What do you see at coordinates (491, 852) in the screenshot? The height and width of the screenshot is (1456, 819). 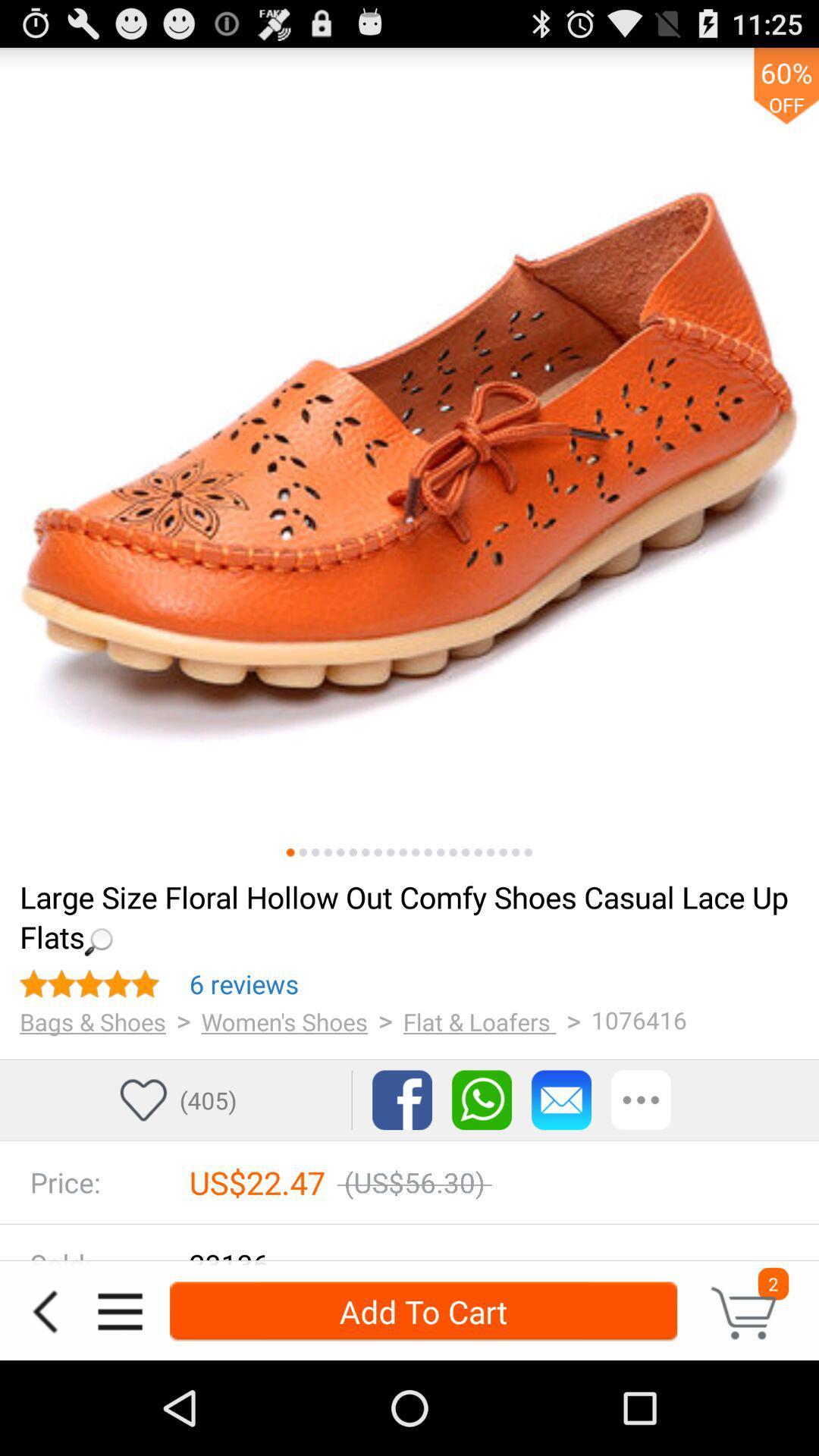 I see `this page` at bounding box center [491, 852].